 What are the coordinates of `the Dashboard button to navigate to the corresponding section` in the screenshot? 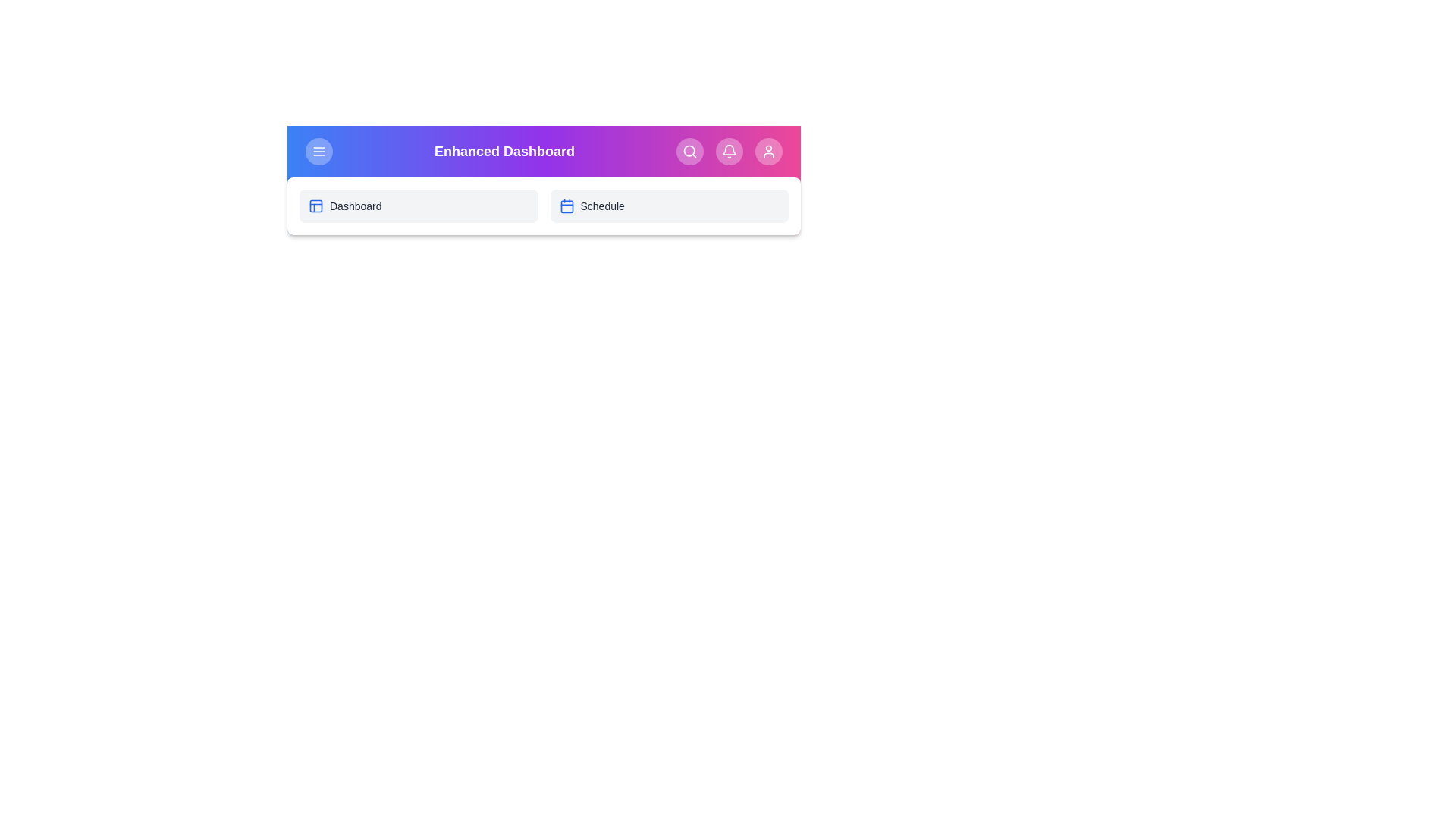 It's located at (419, 206).